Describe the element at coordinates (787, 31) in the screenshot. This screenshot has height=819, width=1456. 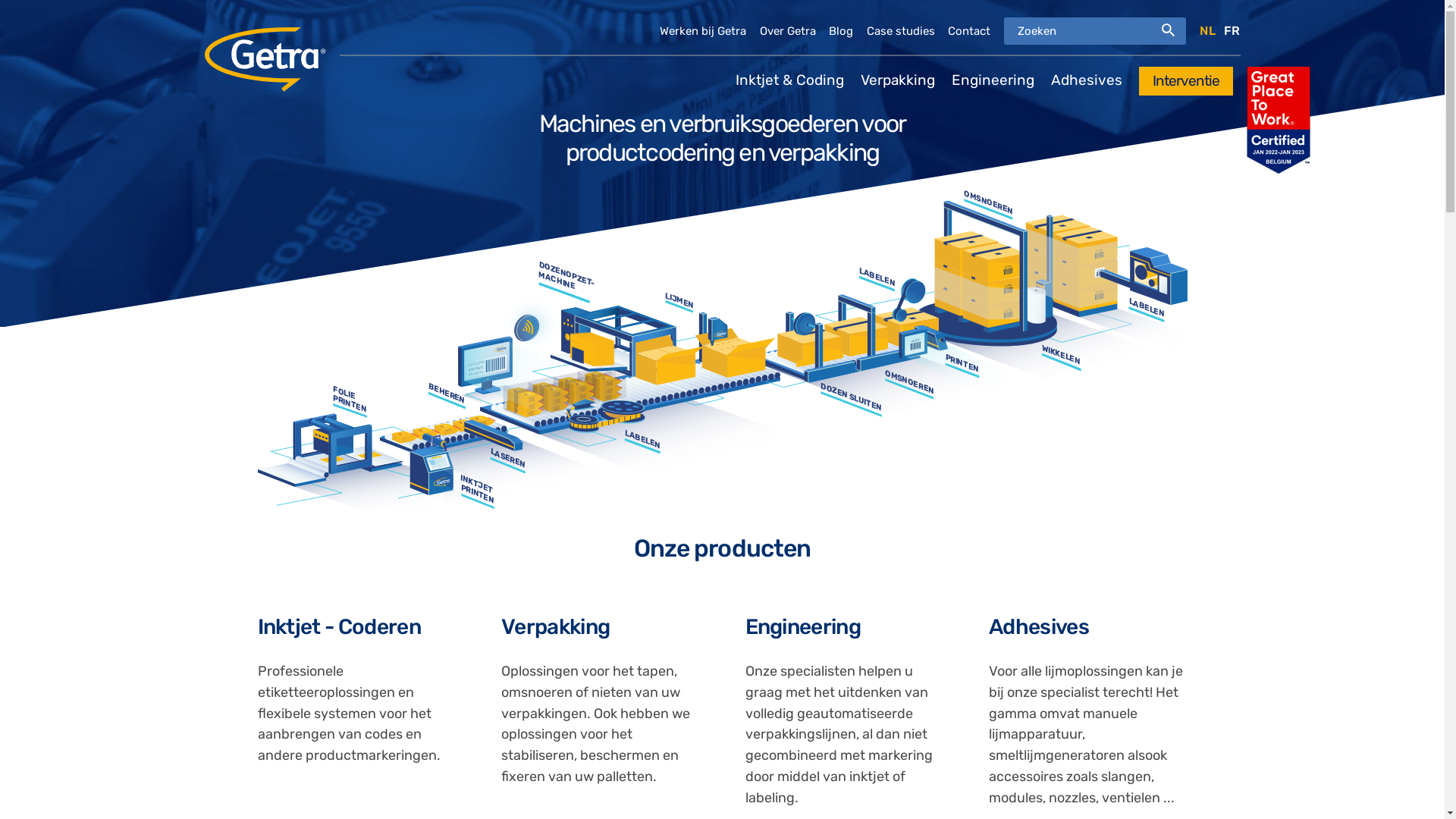
I see `'Over Getra'` at that location.